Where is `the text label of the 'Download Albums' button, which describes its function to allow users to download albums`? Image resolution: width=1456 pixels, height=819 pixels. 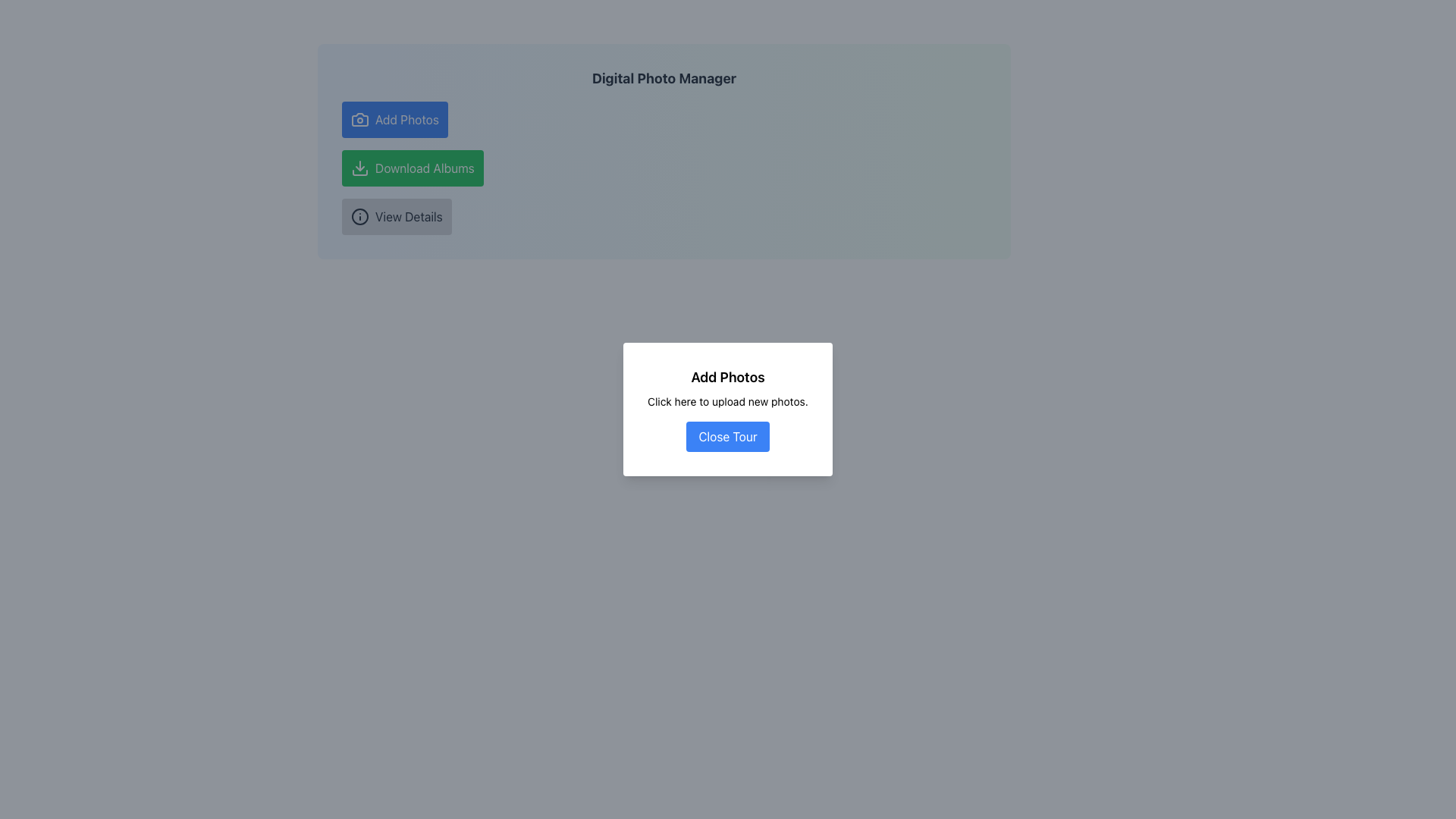 the text label of the 'Download Albums' button, which describes its function to allow users to download albums is located at coordinates (425, 168).